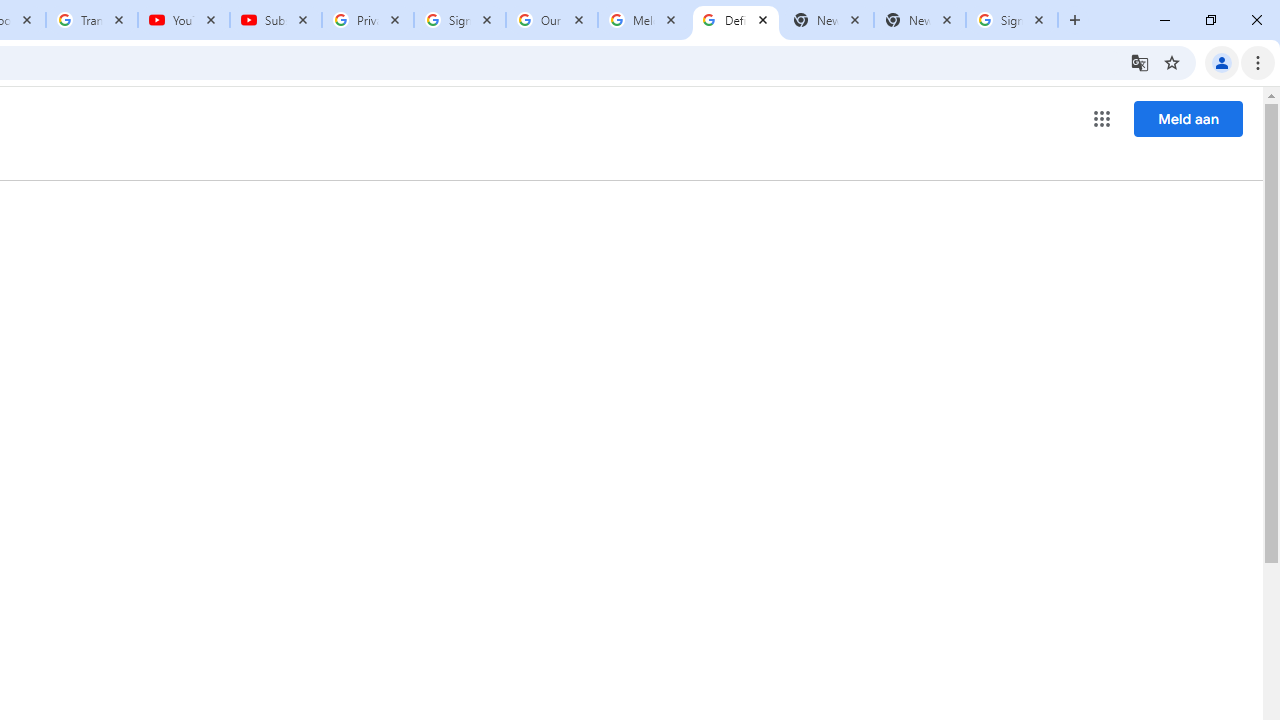 This screenshot has width=1280, height=720. What do you see at coordinates (1139, 61) in the screenshot?
I see `'Translate this page'` at bounding box center [1139, 61].